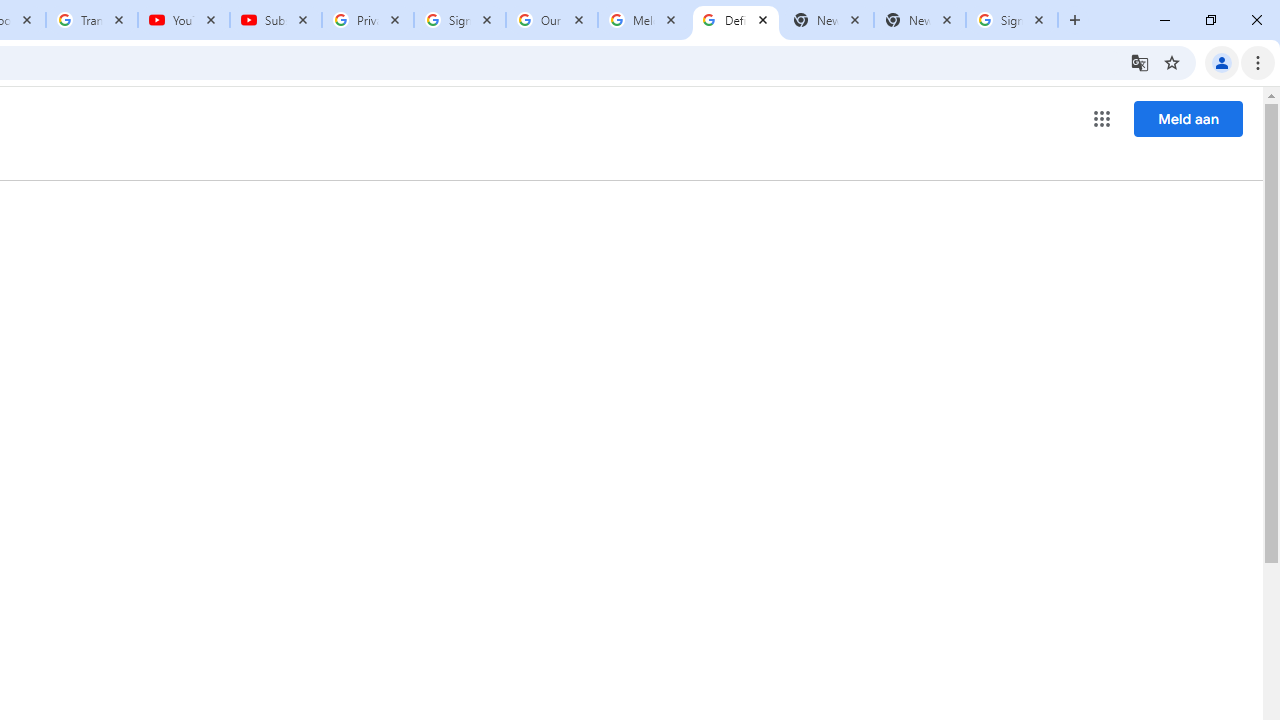 This screenshot has width=1280, height=720. What do you see at coordinates (1139, 61) in the screenshot?
I see `'Translate this page'` at bounding box center [1139, 61].